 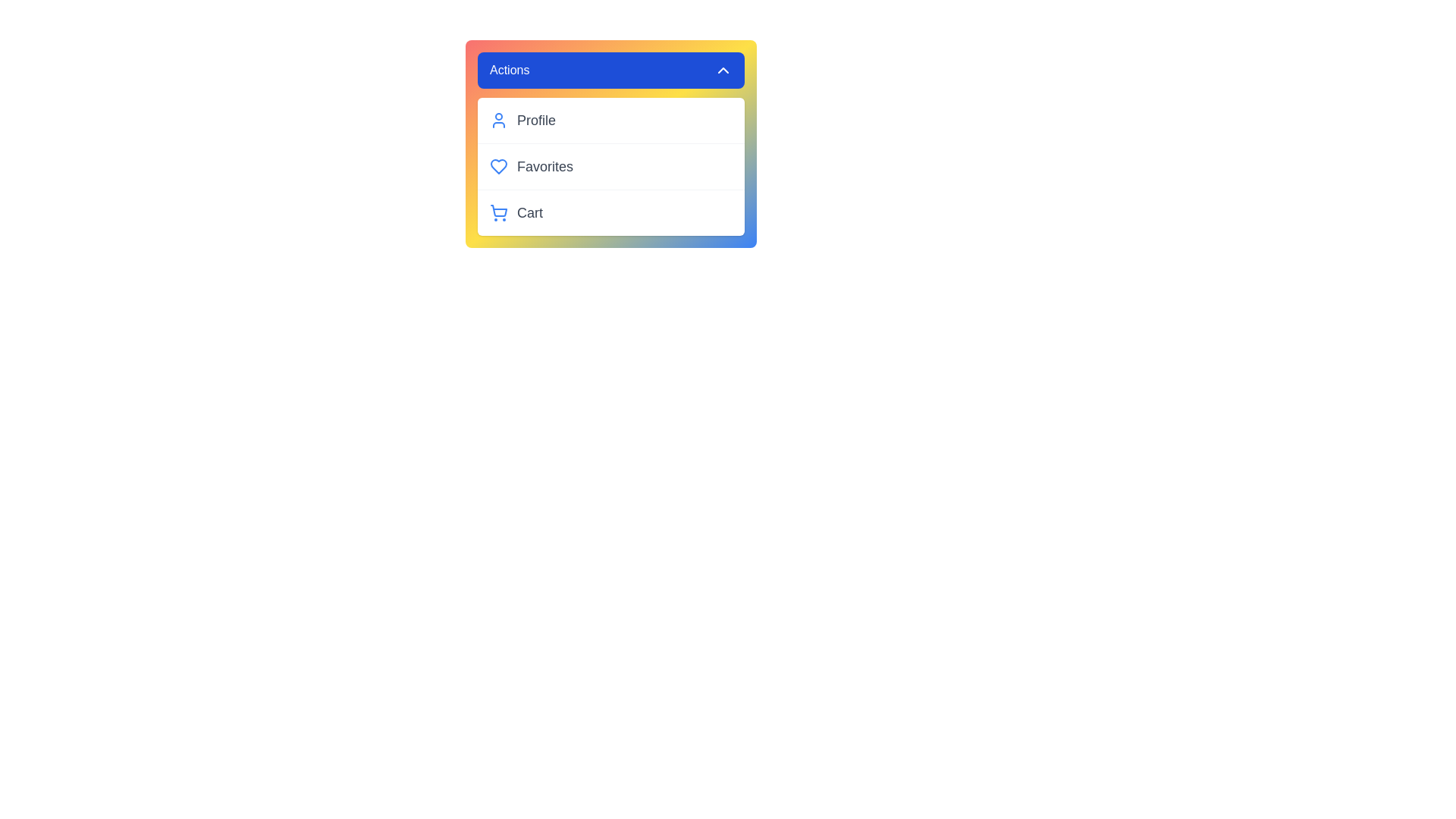 What do you see at coordinates (611, 119) in the screenshot?
I see `the first option in the 'Actions' section of the navigation menu` at bounding box center [611, 119].